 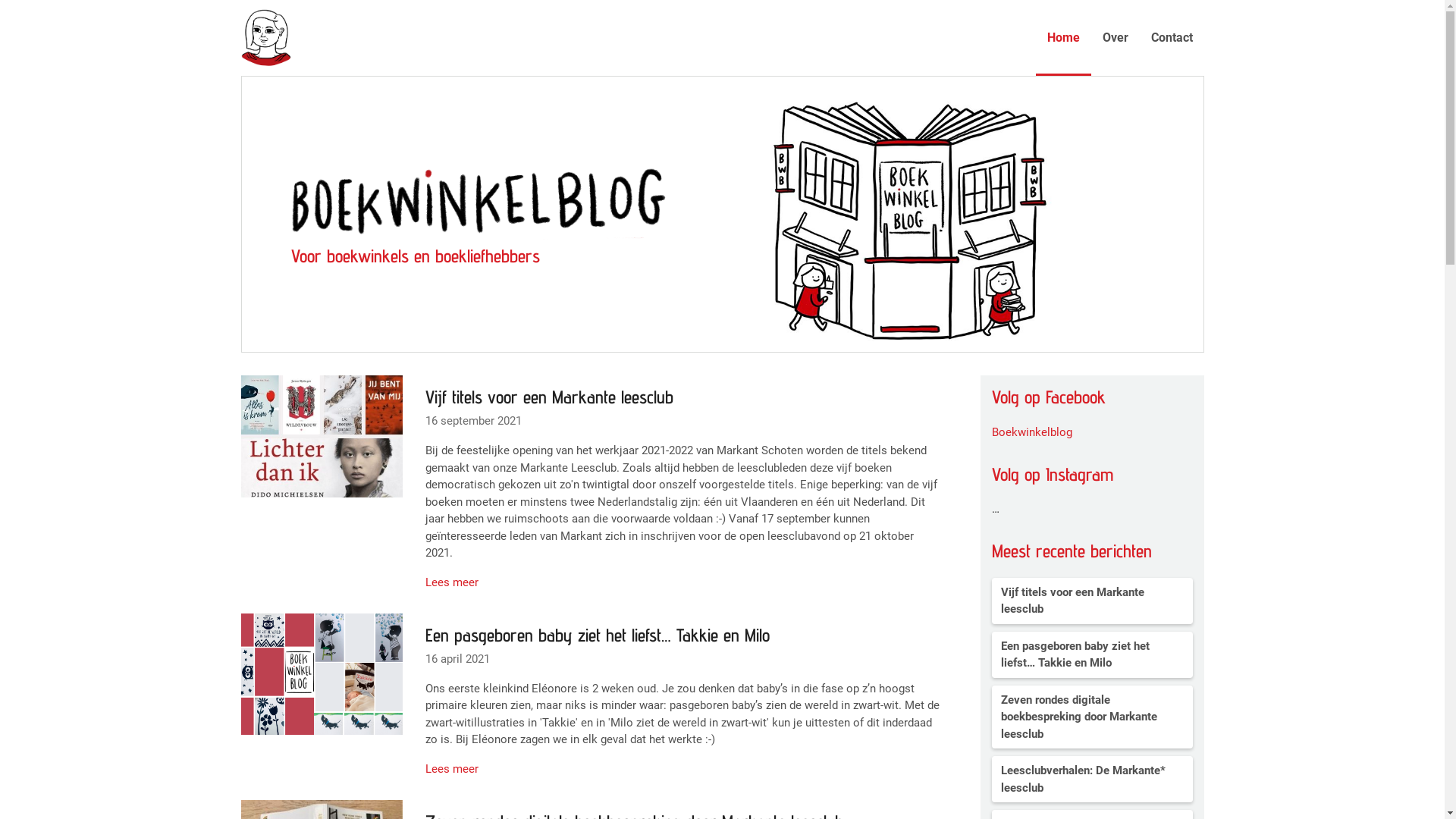 What do you see at coordinates (1170, 37) in the screenshot?
I see `'Contact'` at bounding box center [1170, 37].